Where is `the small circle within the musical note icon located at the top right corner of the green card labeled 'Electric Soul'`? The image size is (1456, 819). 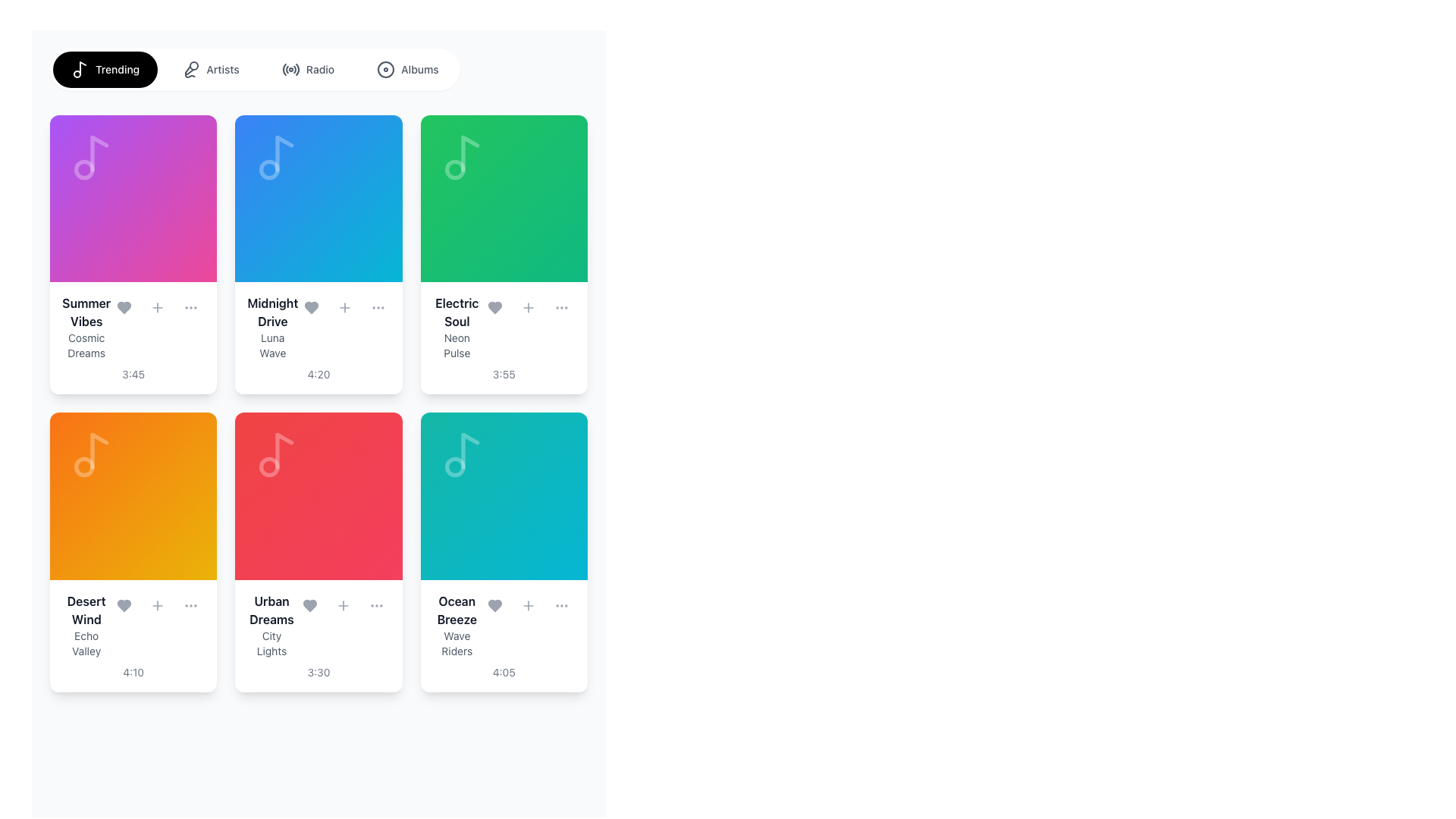 the small circle within the musical note icon located at the top right corner of the green card labeled 'Electric Soul' is located at coordinates (454, 169).